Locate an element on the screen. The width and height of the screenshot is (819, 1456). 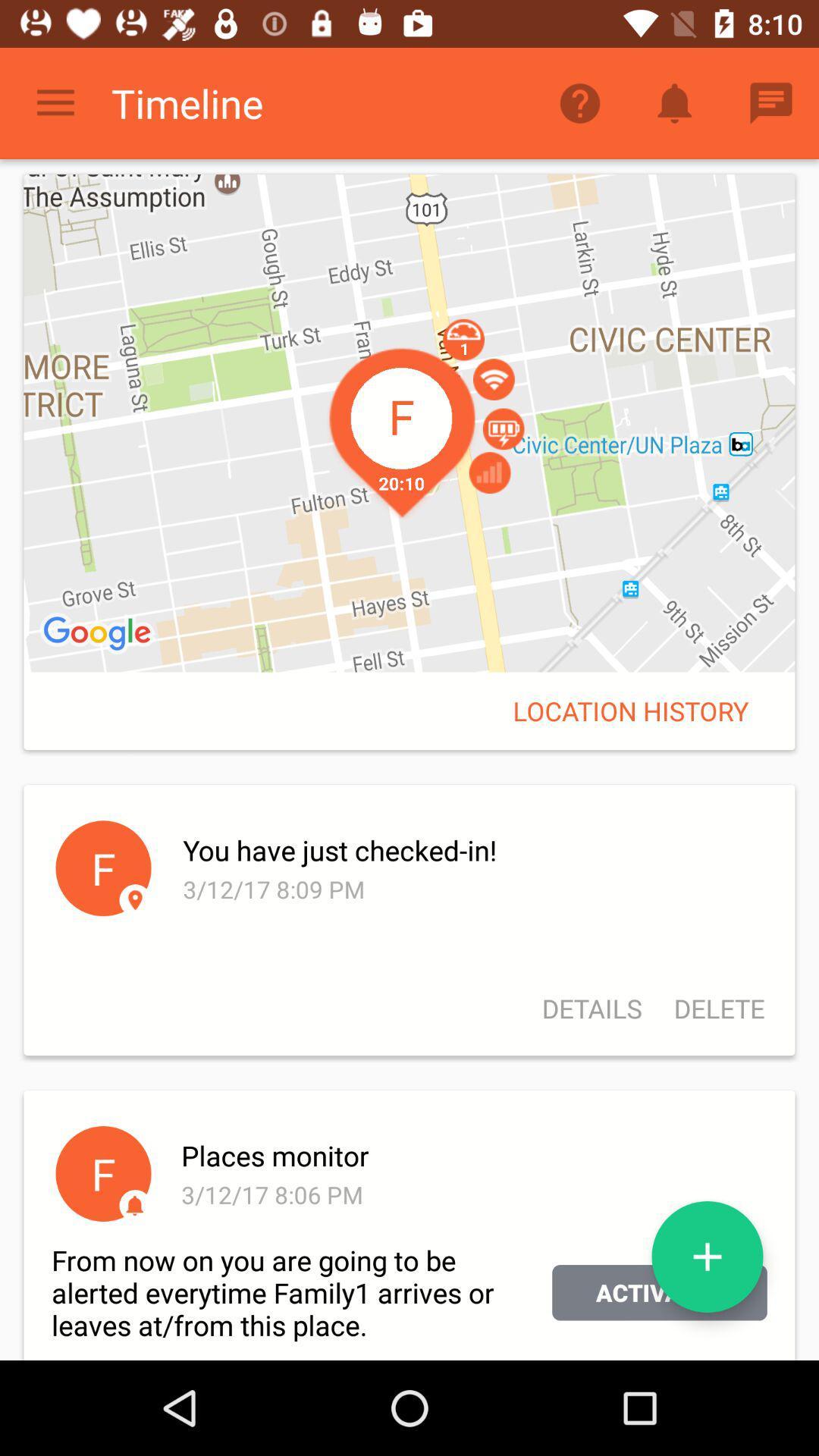
the from now on icon is located at coordinates (302, 1291).